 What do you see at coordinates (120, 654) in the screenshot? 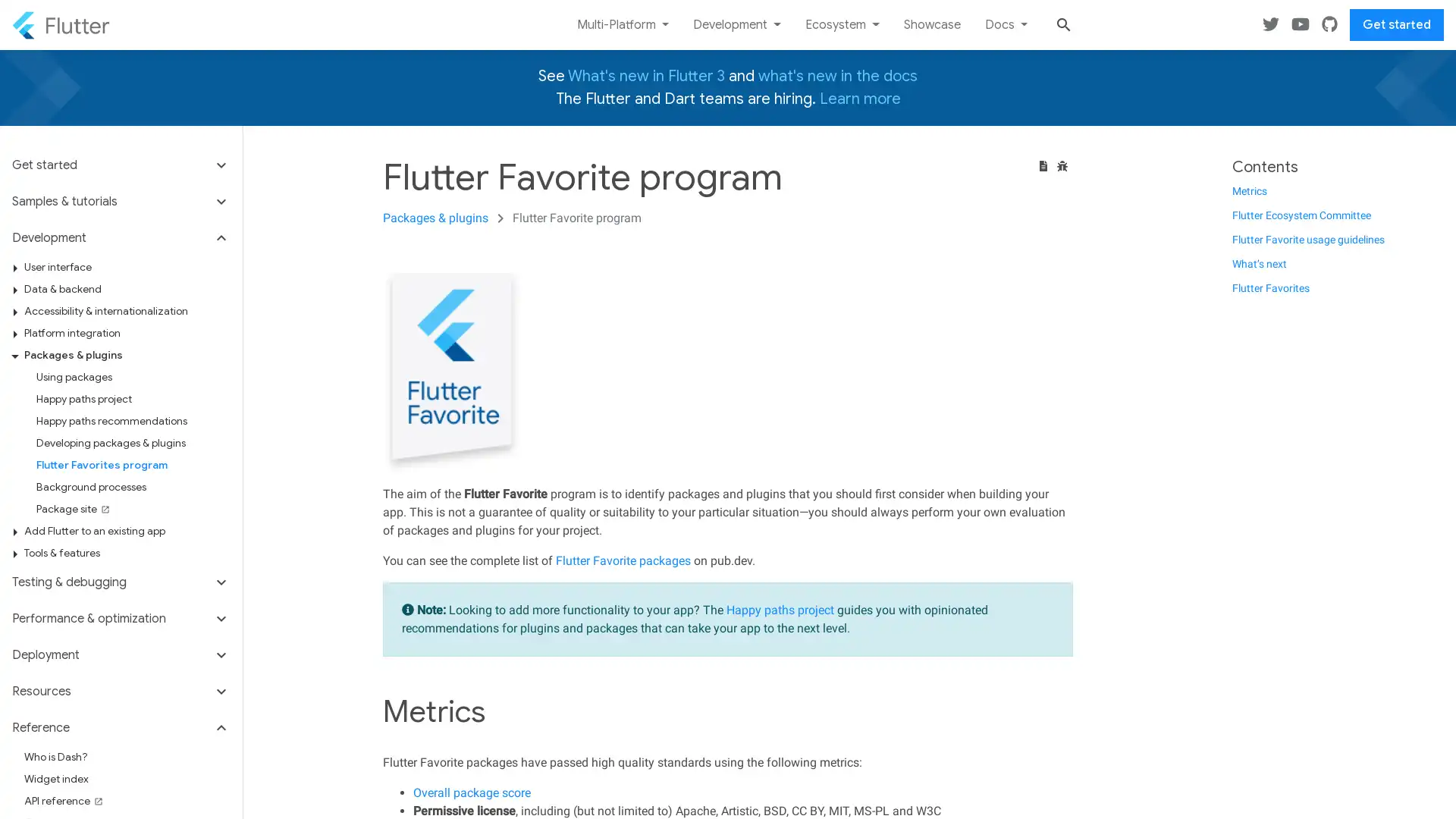
I see `Deployment keyboard_arrow_down` at bounding box center [120, 654].